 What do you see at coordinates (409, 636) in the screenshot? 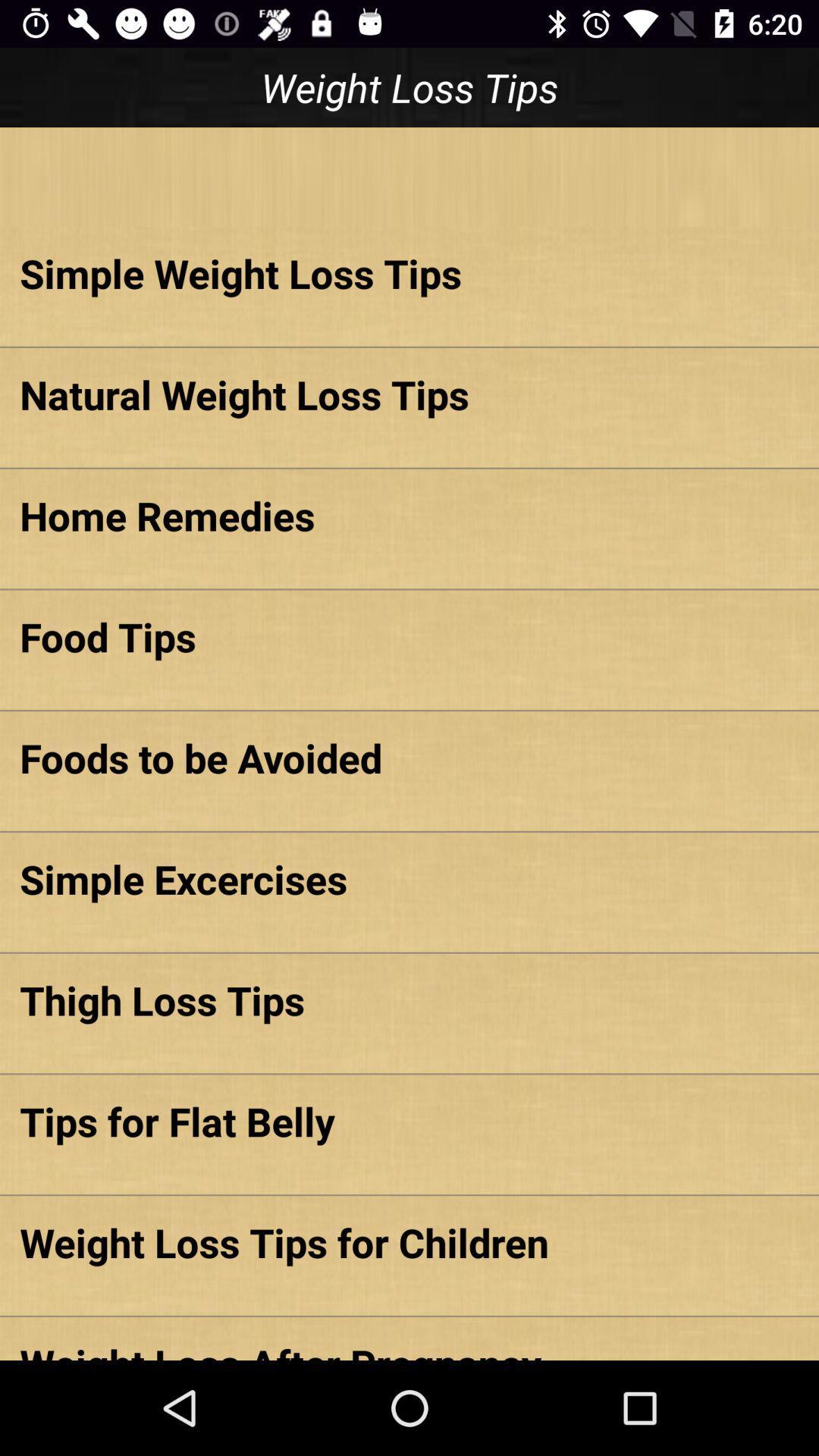
I see `food tips item` at bounding box center [409, 636].